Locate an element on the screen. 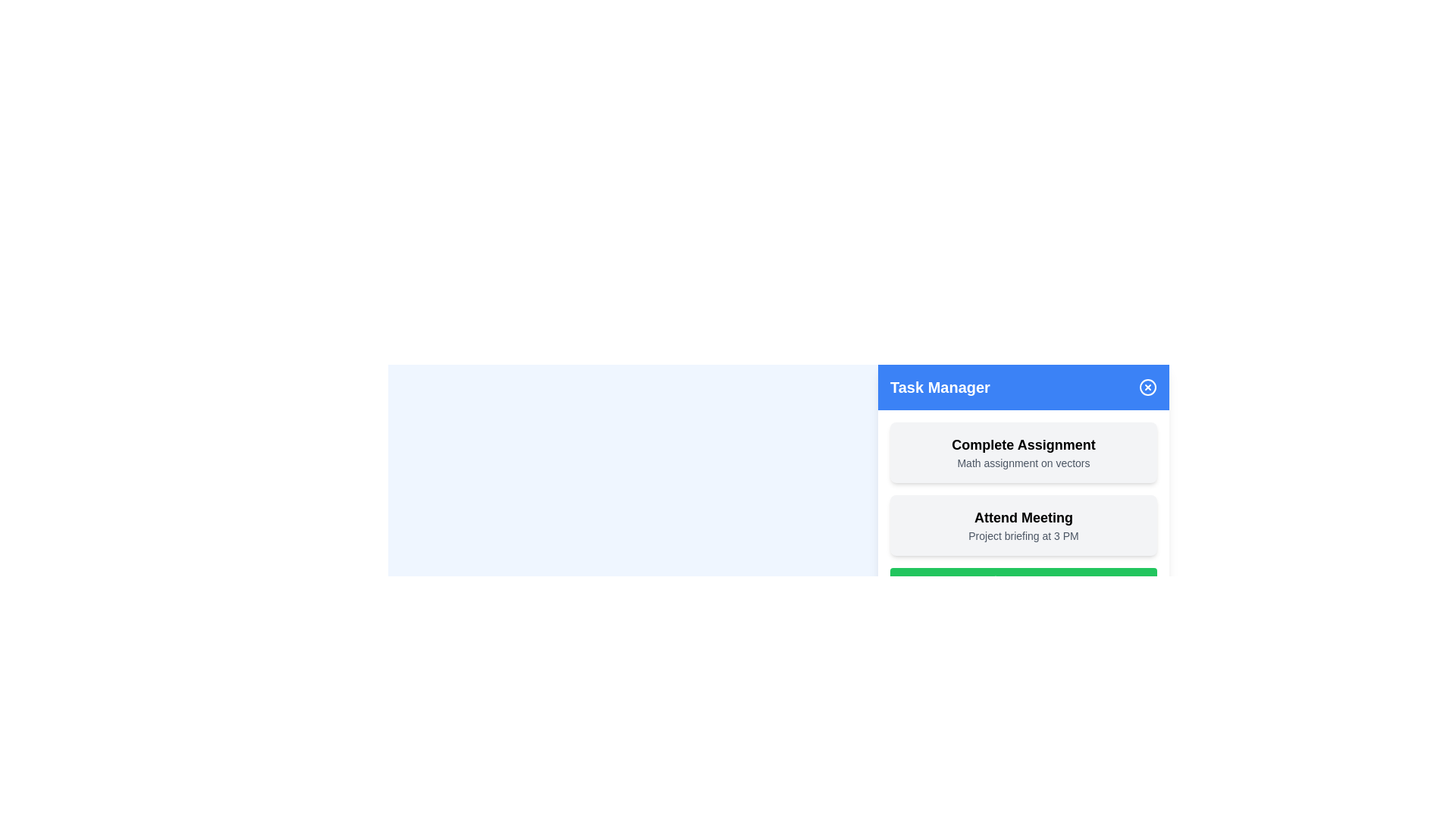 The height and width of the screenshot is (819, 1456). the circular component used for closing or dismissing the Task Manager module, located at the top-right corner of the Task Manager header section is located at coordinates (1147, 386).